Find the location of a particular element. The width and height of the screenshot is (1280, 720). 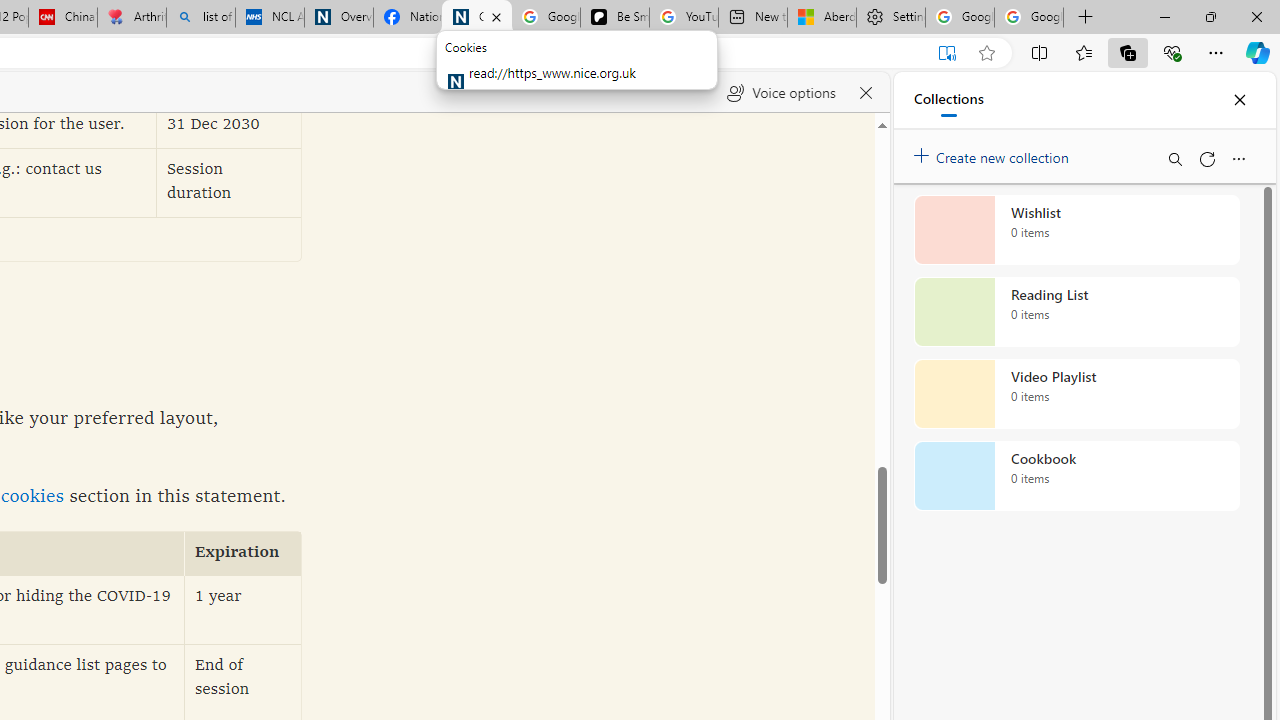

'Be Smart | creating Science videos | Patreon' is located at coordinates (614, 17).